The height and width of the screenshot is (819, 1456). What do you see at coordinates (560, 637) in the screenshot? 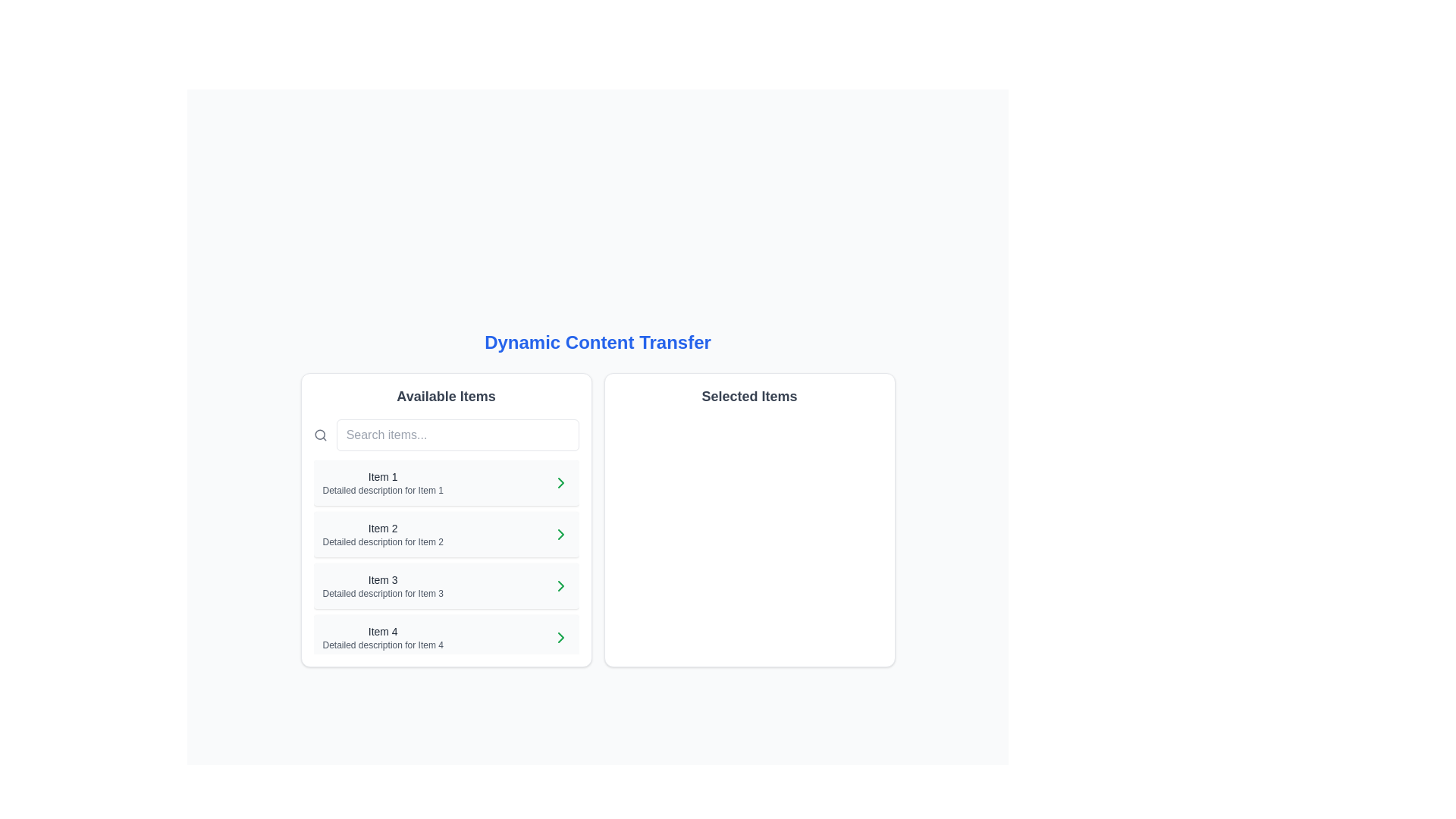
I see `the Chevron icon located at the rightmost position of 'Item 4' in the 'Available Items' list` at bounding box center [560, 637].